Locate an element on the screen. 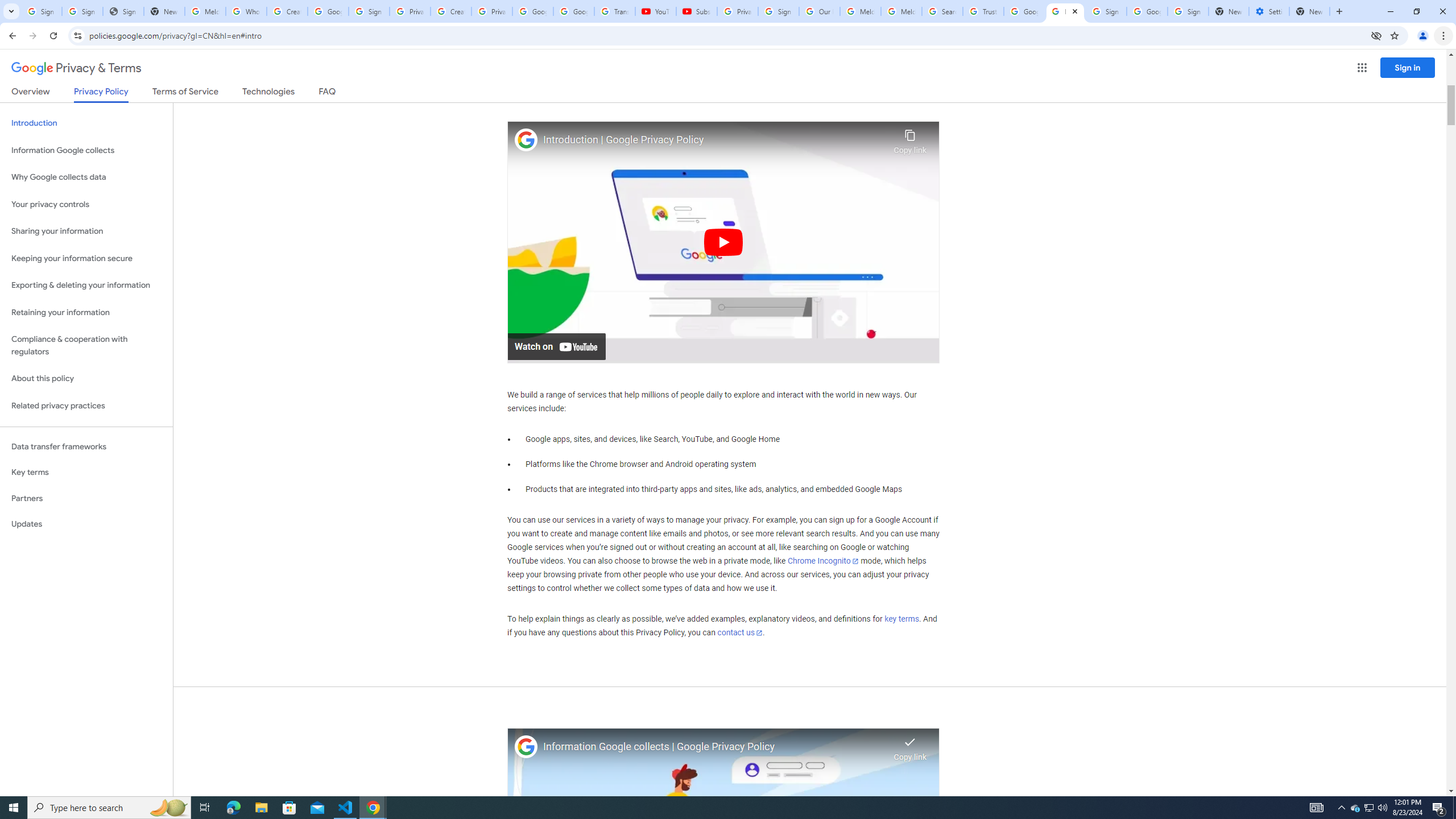 Image resolution: width=1456 pixels, height=819 pixels. 'Information Google collects' is located at coordinates (86, 150).